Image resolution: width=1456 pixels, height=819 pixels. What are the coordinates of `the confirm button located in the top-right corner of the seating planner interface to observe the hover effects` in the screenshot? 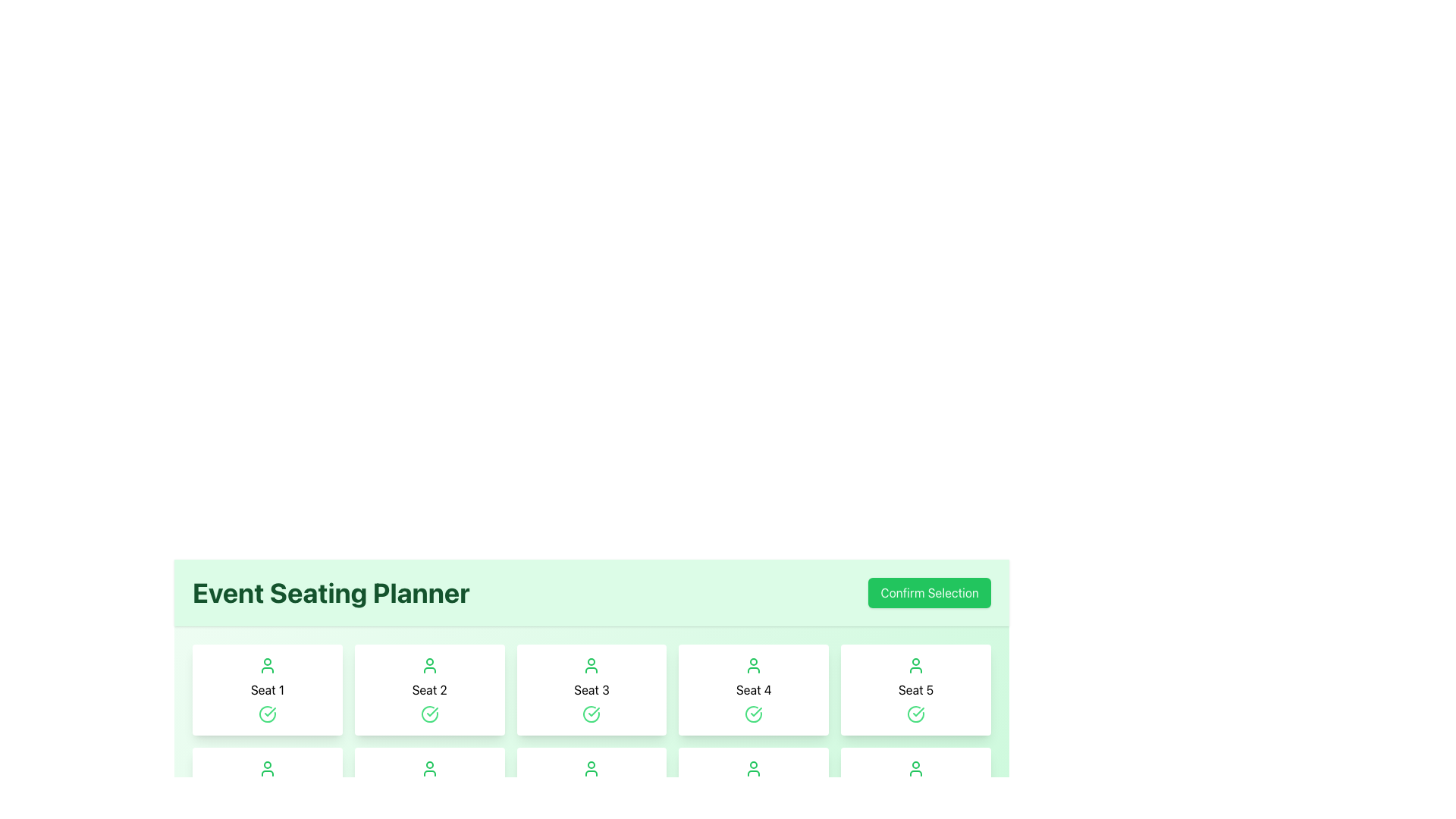 It's located at (929, 592).